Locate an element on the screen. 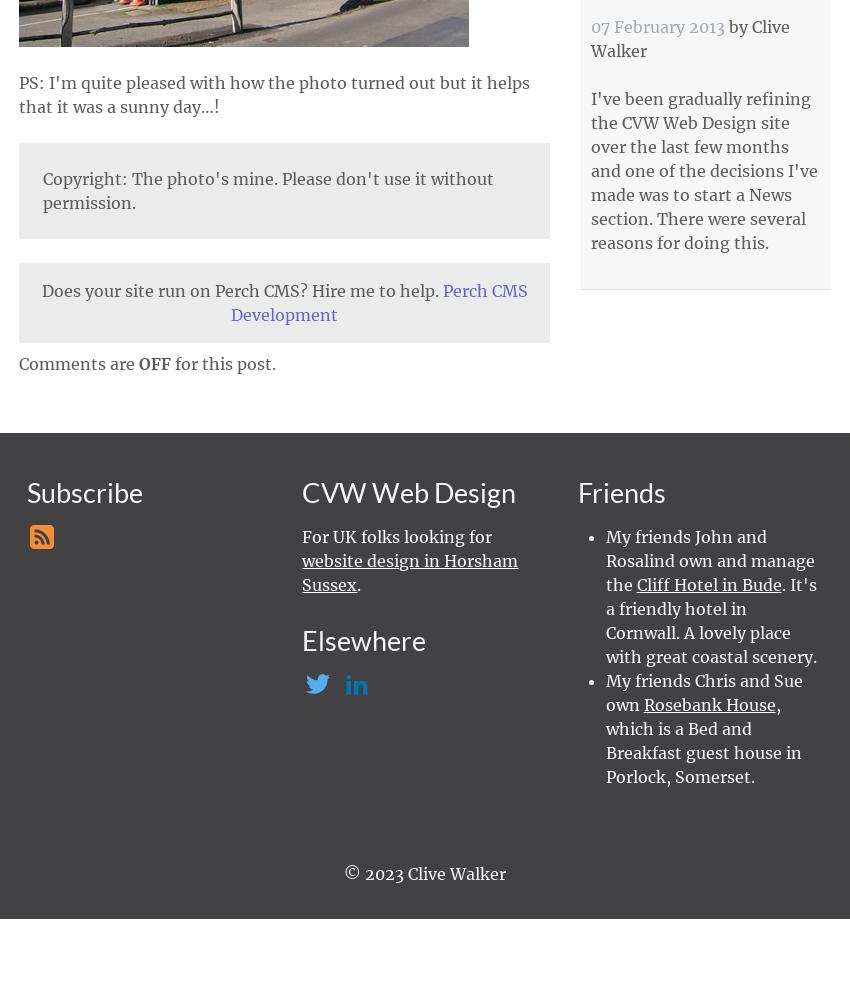 The height and width of the screenshot is (1000, 850). 'Clive Walker' is located at coordinates (591, 38).